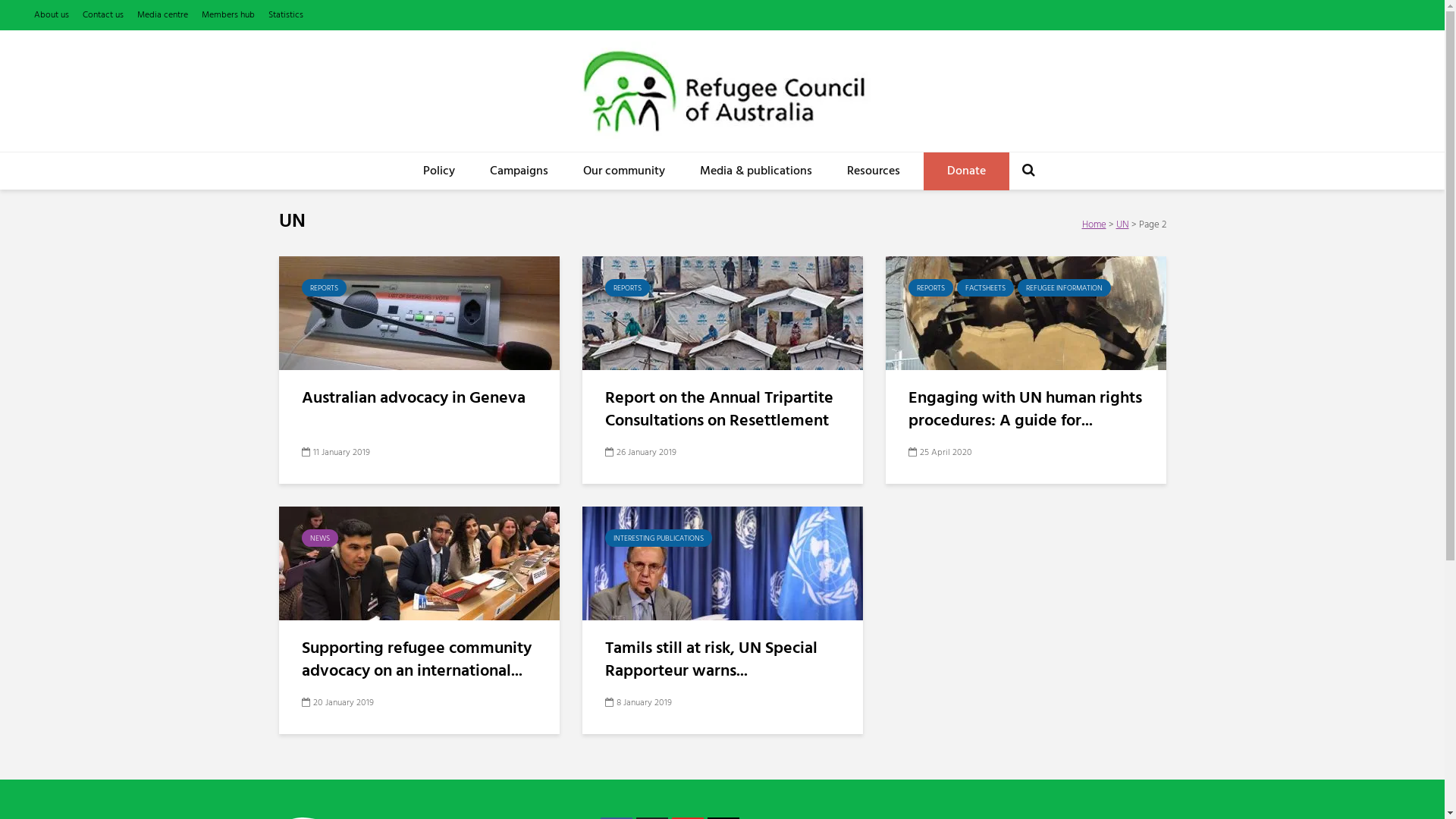  Describe the element at coordinates (438, 171) in the screenshot. I see `'Policy'` at that location.